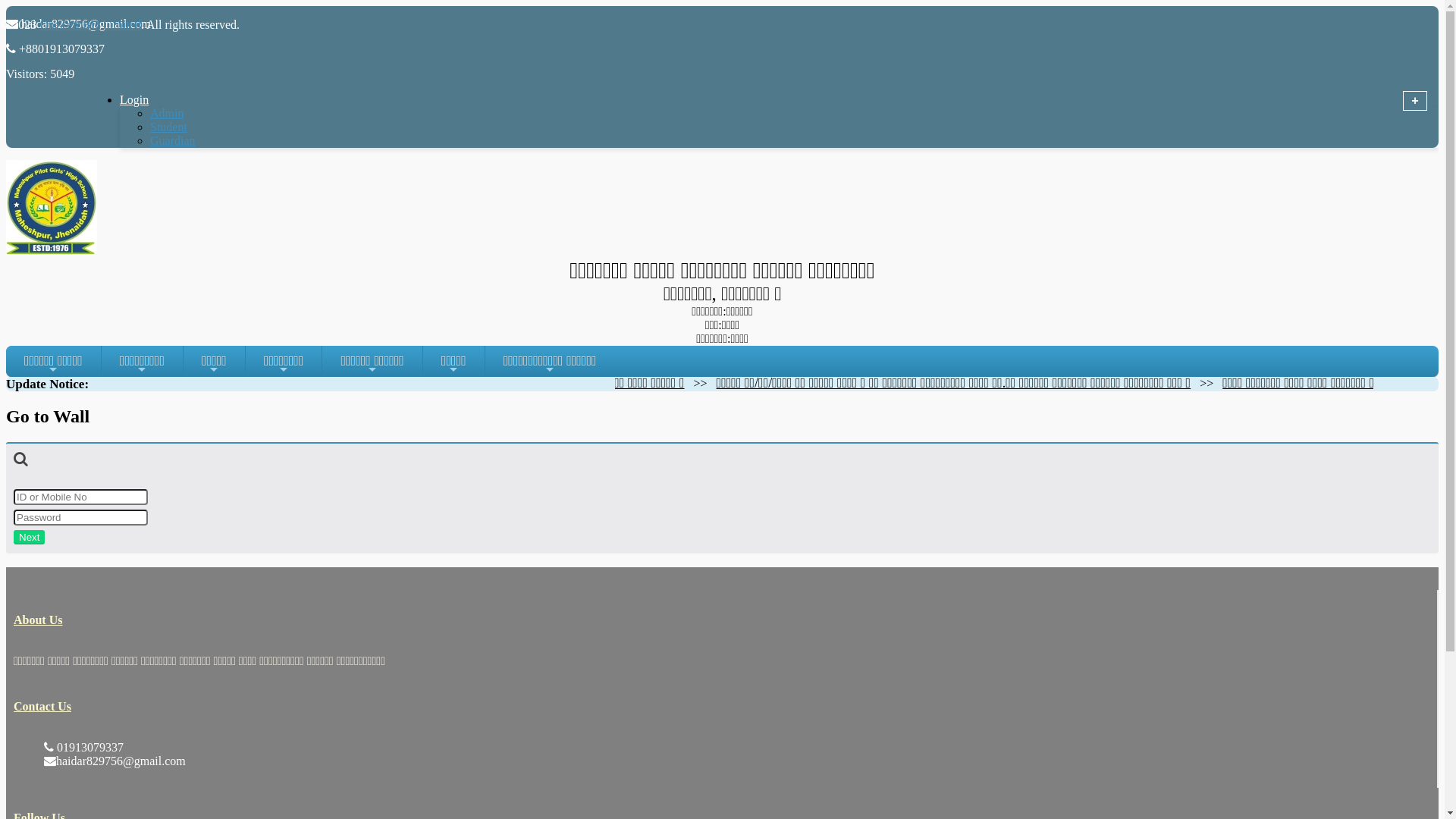 This screenshot has width=1456, height=819. What do you see at coordinates (167, 112) in the screenshot?
I see `'Admin'` at bounding box center [167, 112].